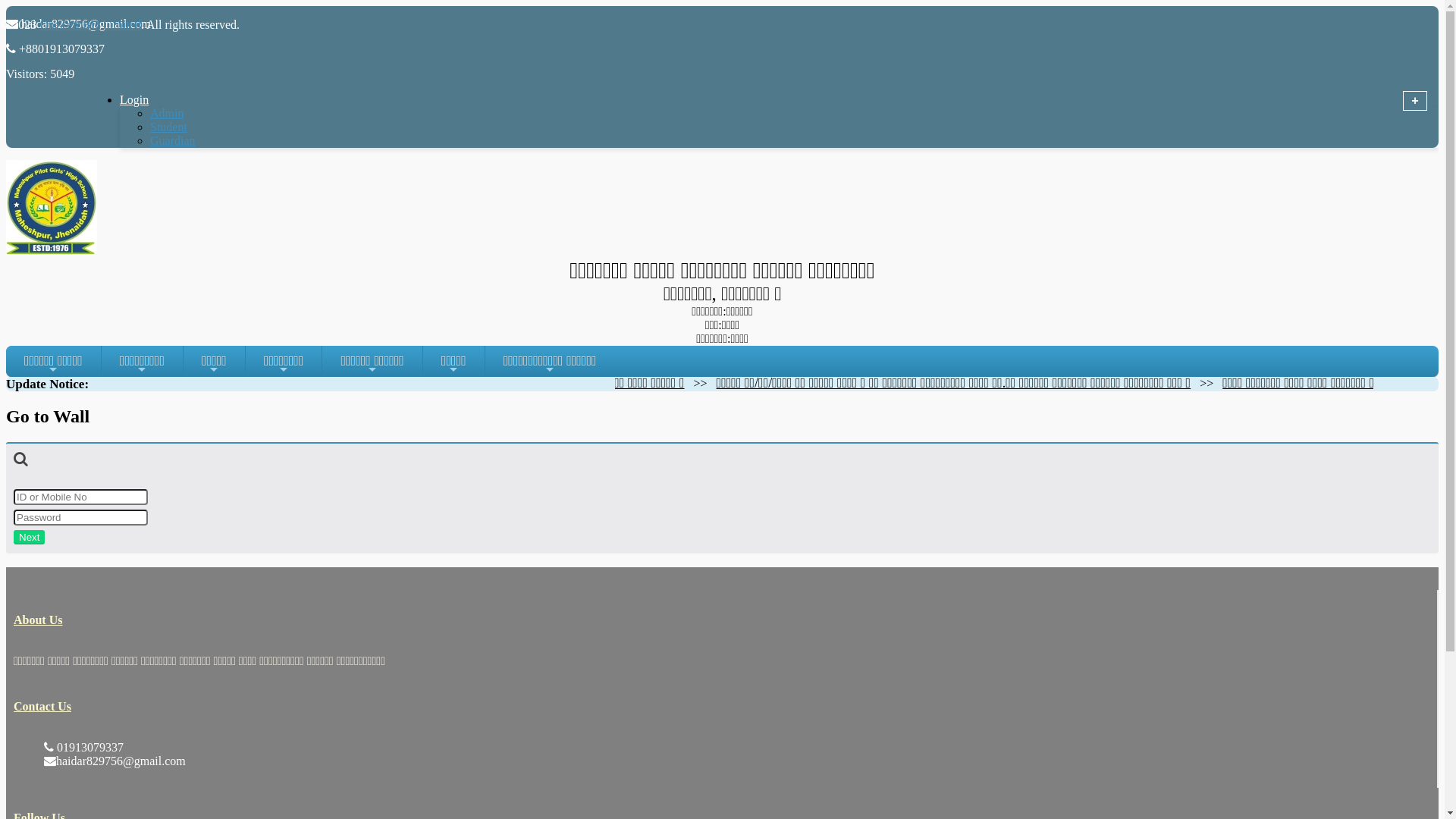 This screenshot has width=1456, height=819. What do you see at coordinates (167, 112) in the screenshot?
I see `'Admin'` at bounding box center [167, 112].